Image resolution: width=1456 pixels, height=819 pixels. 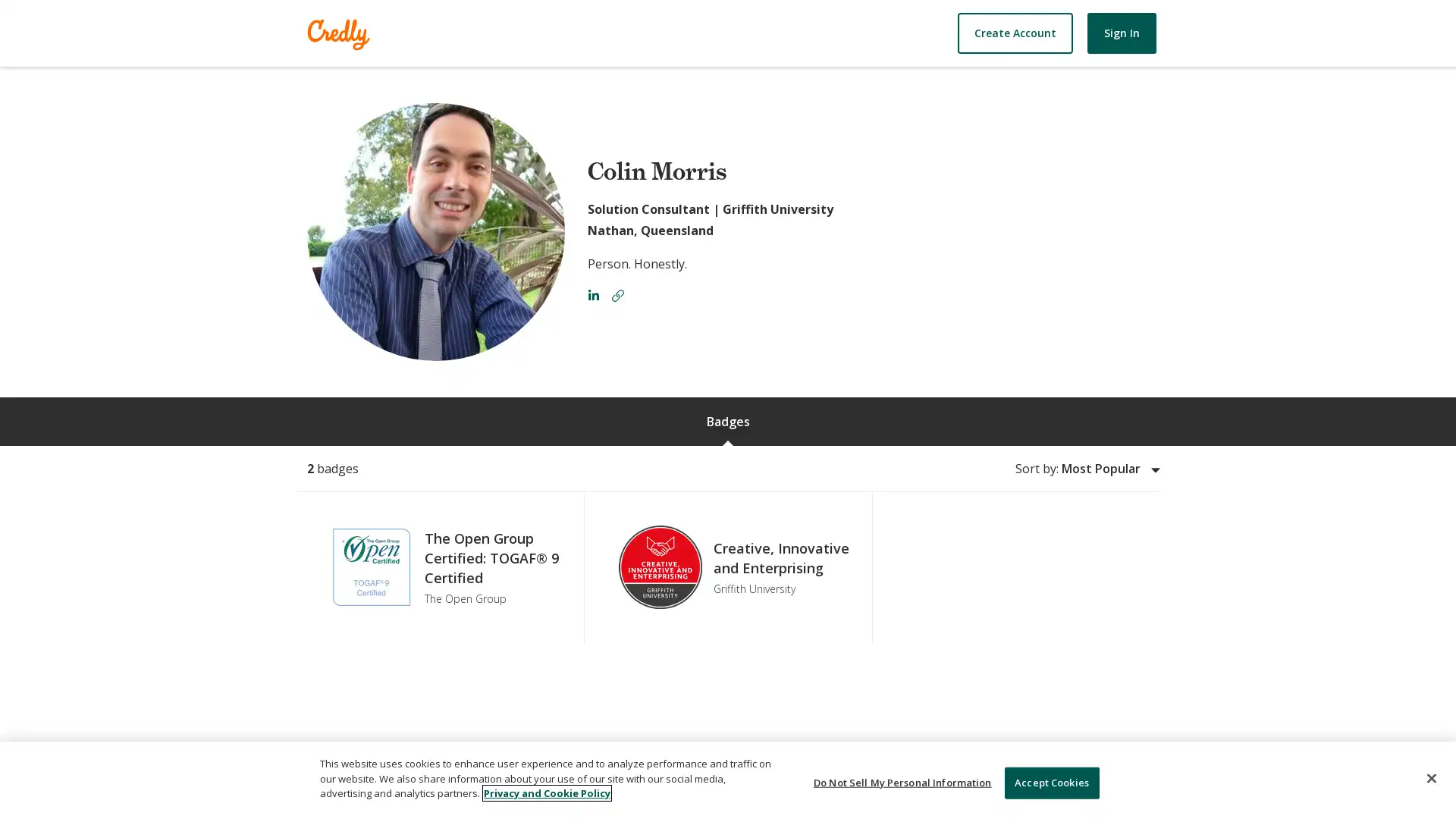 What do you see at coordinates (1050, 783) in the screenshot?
I see `Accept Cookies` at bounding box center [1050, 783].